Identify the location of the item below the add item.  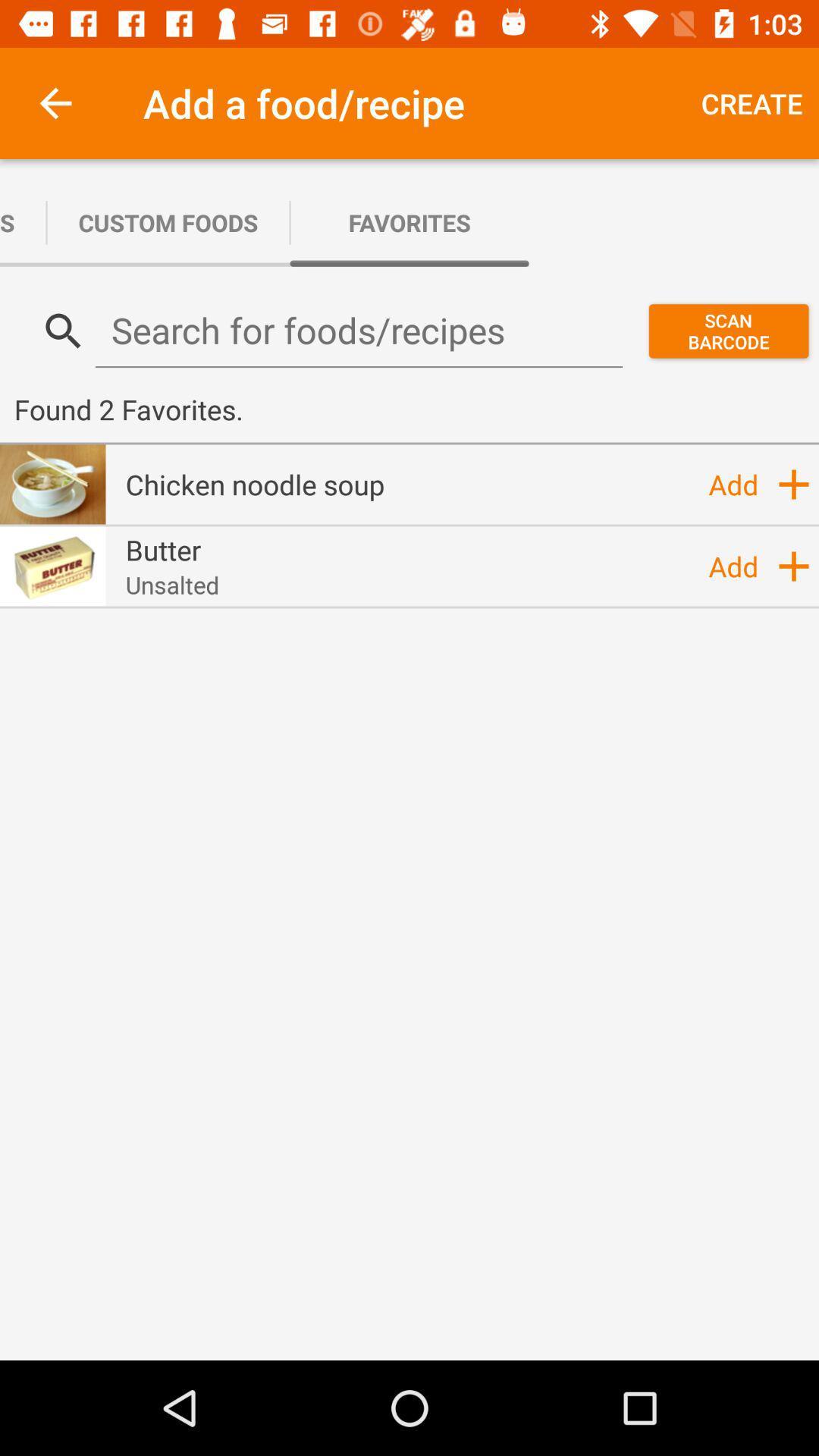
(792, 566).